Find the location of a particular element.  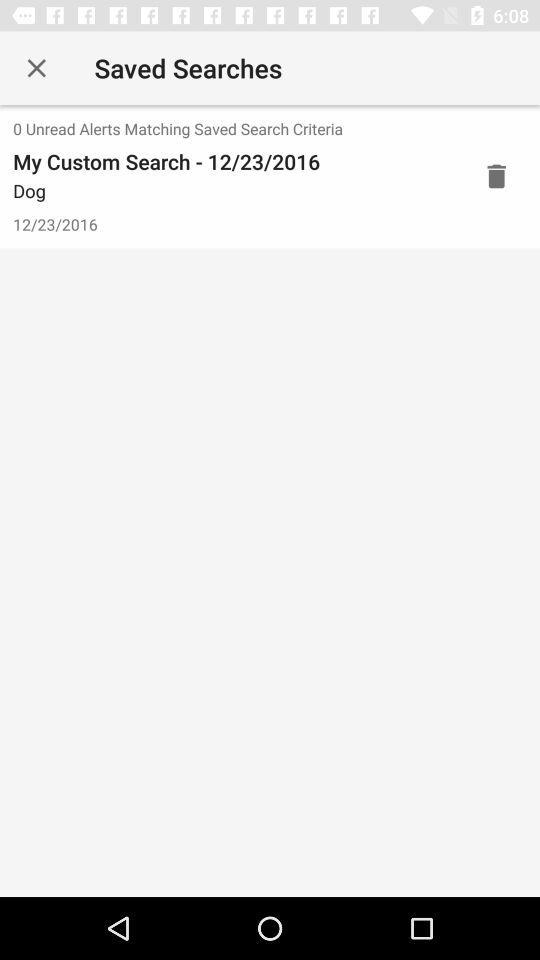

delete this entry is located at coordinates (495, 175).